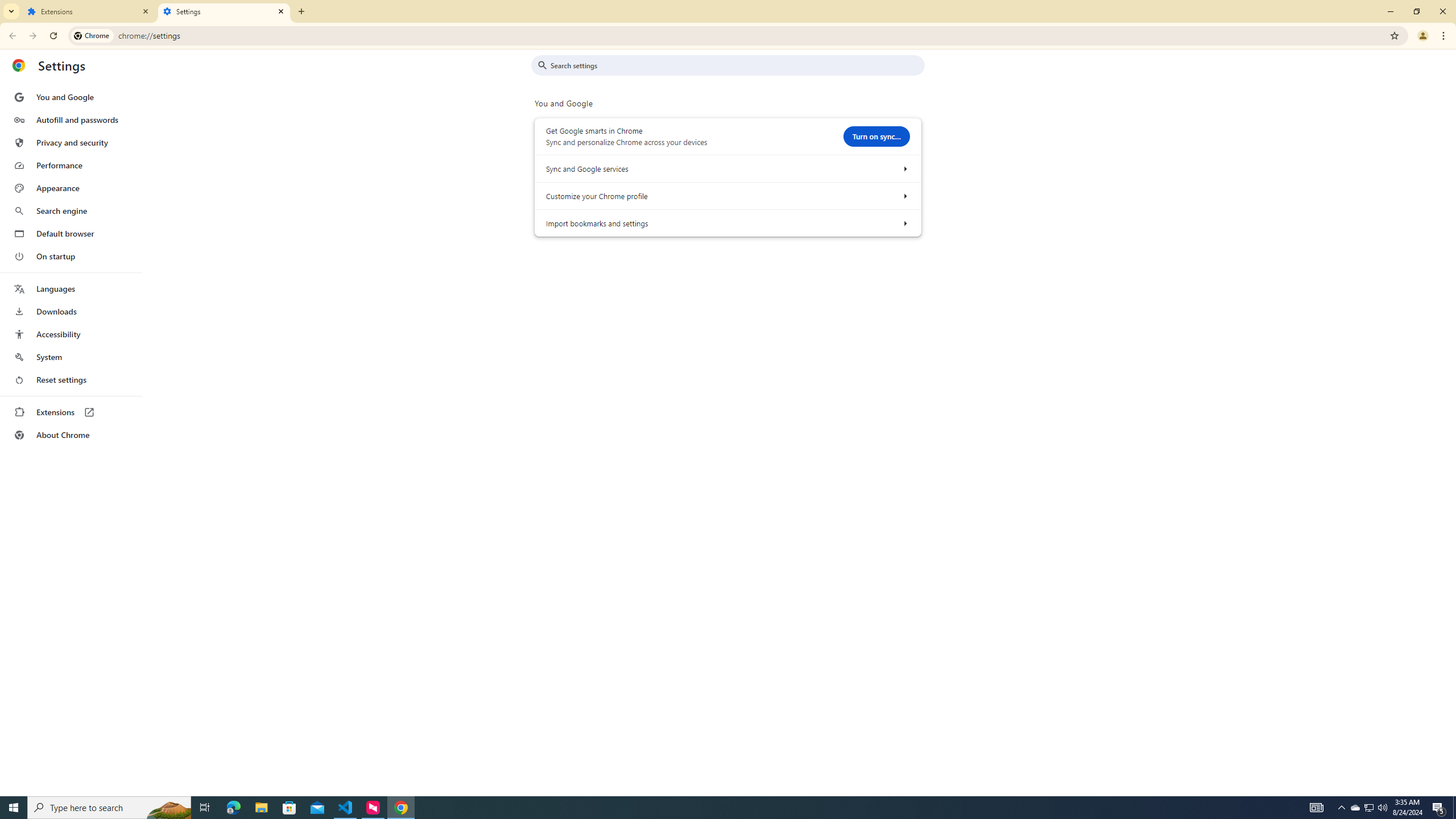 This screenshot has width=1456, height=819. I want to click on 'Downloads', so click(70, 311).